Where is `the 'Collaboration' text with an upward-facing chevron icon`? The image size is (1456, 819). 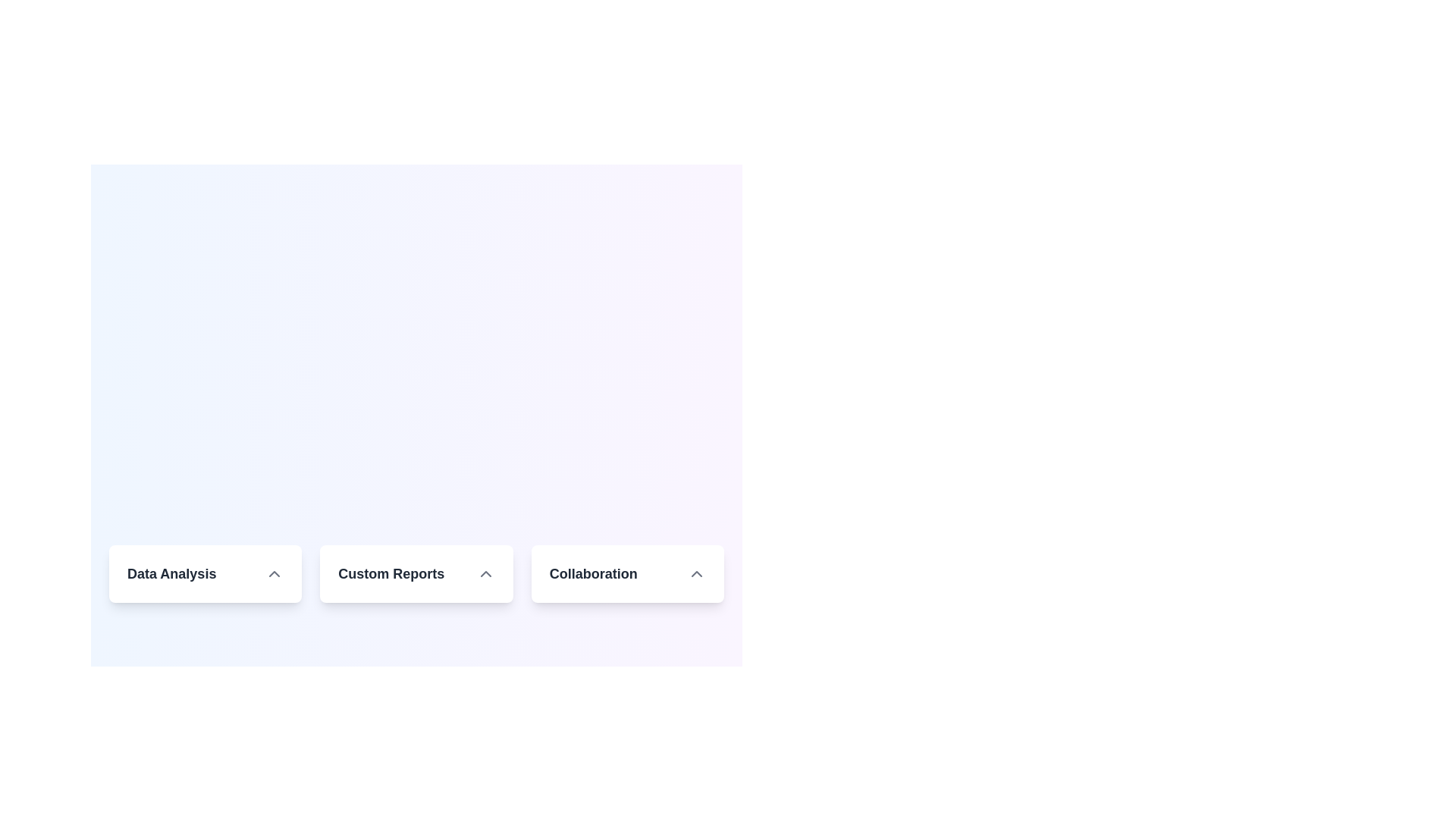 the 'Collaboration' text with an upward-facing chevron icon is located at coordinates (627, 573).